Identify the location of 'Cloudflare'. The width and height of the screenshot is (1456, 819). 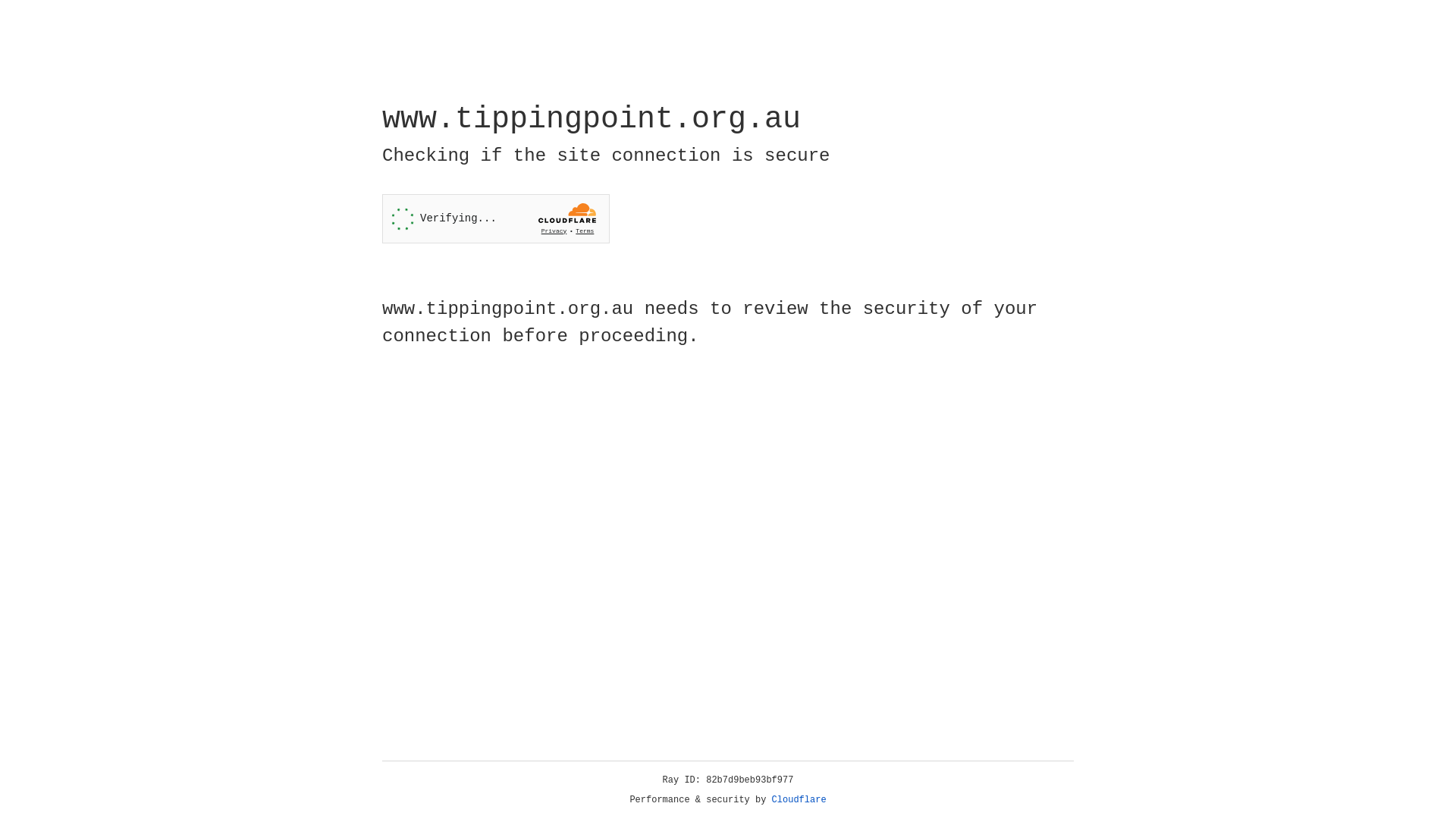
(771, 799).